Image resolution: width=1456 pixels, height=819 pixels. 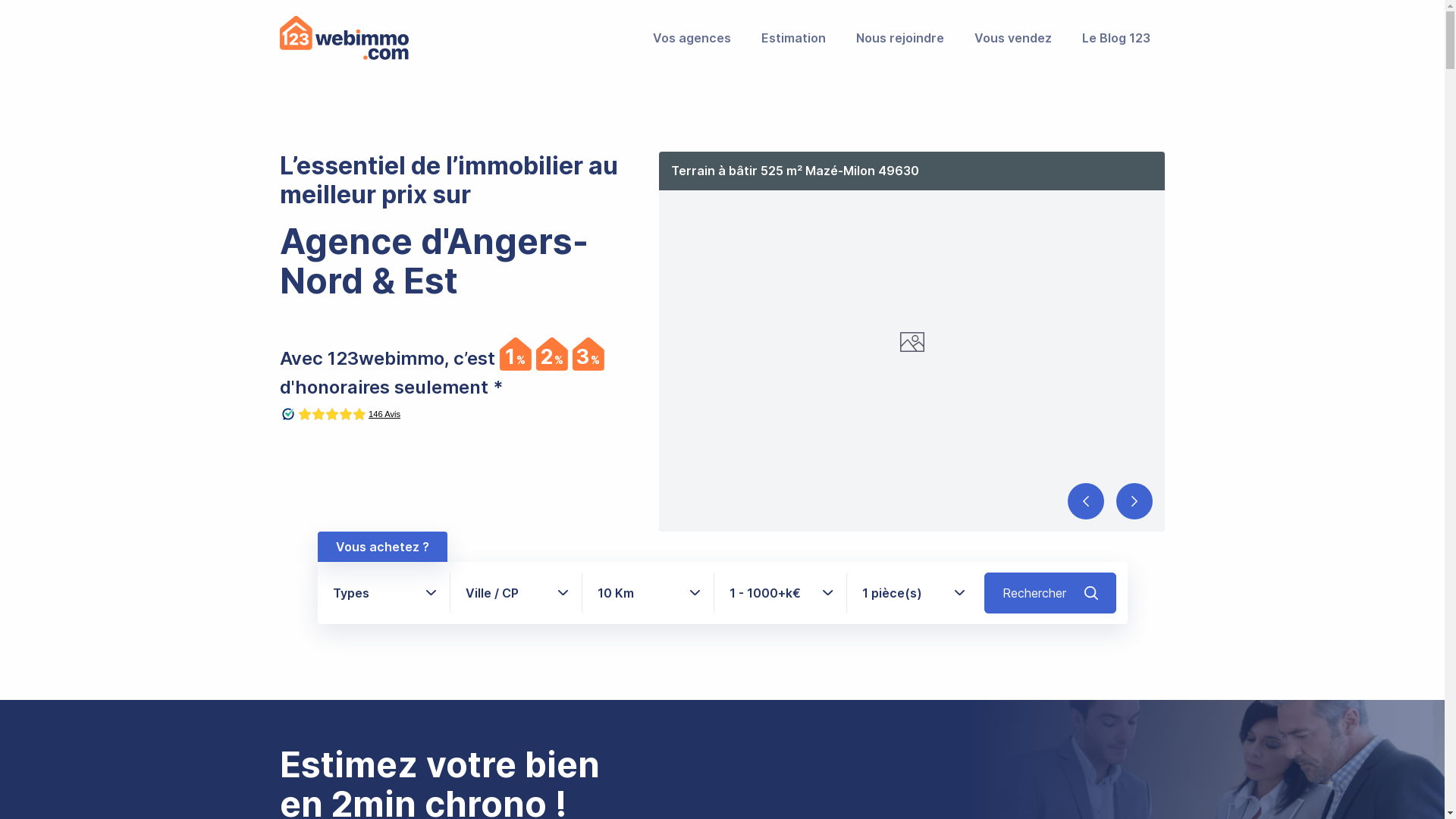 What do you see at coordinates (381, 547) in the screenshot?
I see `'Vous achetez ?'` at bounding box center [381, 547].